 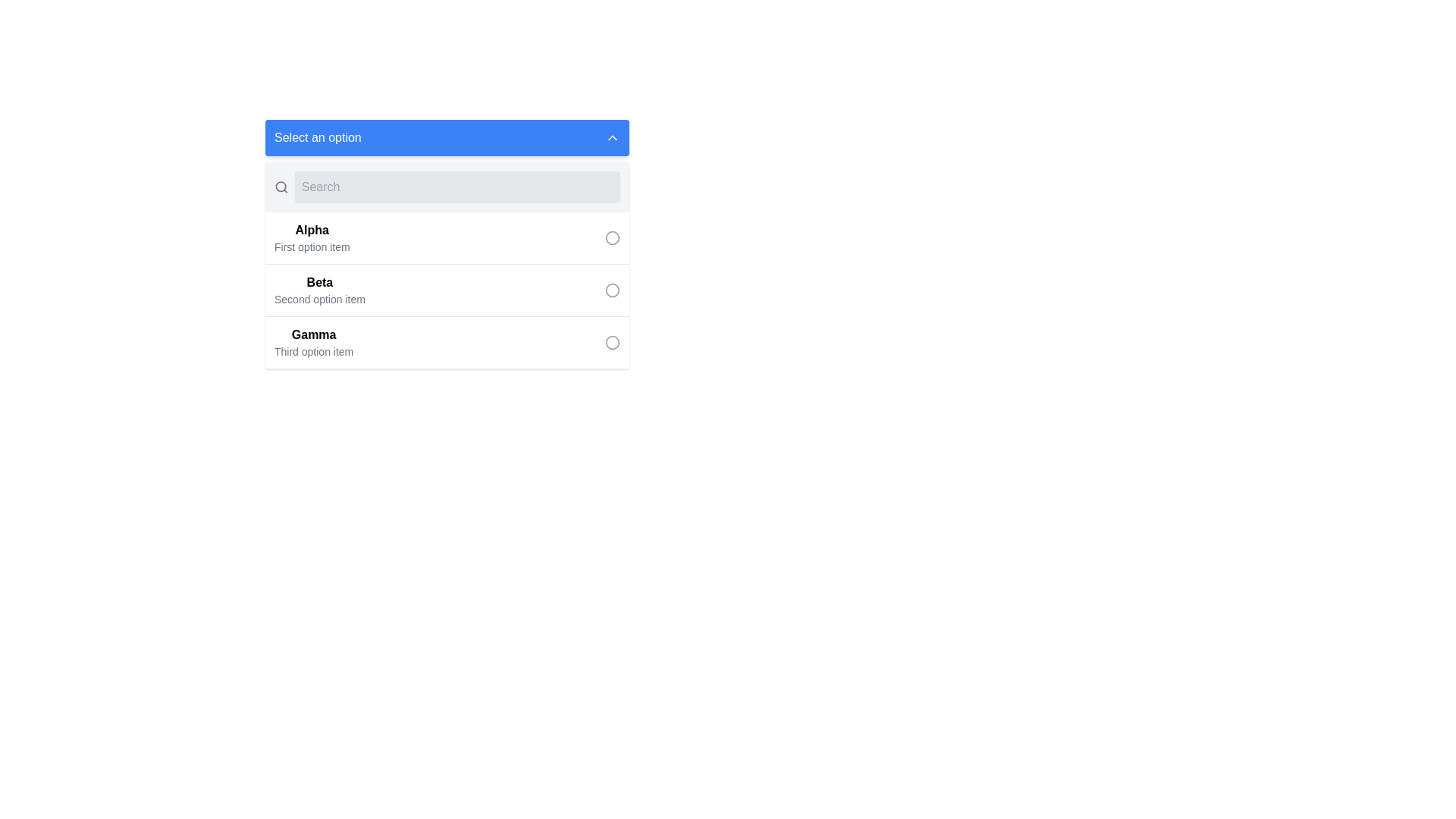 I want to click on the first selectable option in the dropdown list, so click(x=447, y=238).